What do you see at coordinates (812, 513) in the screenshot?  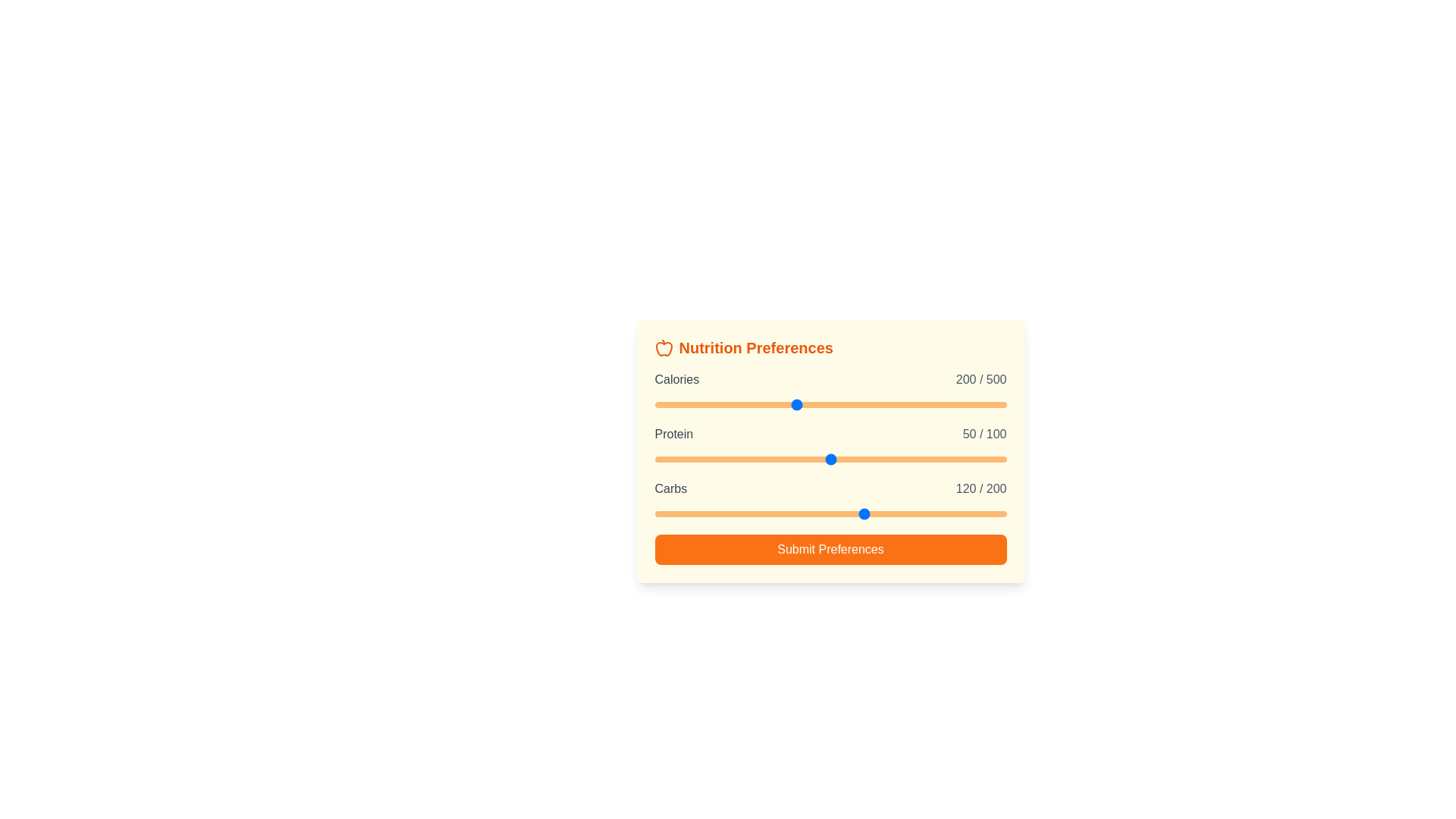 I see `the carbs value` at bounding box center [812, 513].